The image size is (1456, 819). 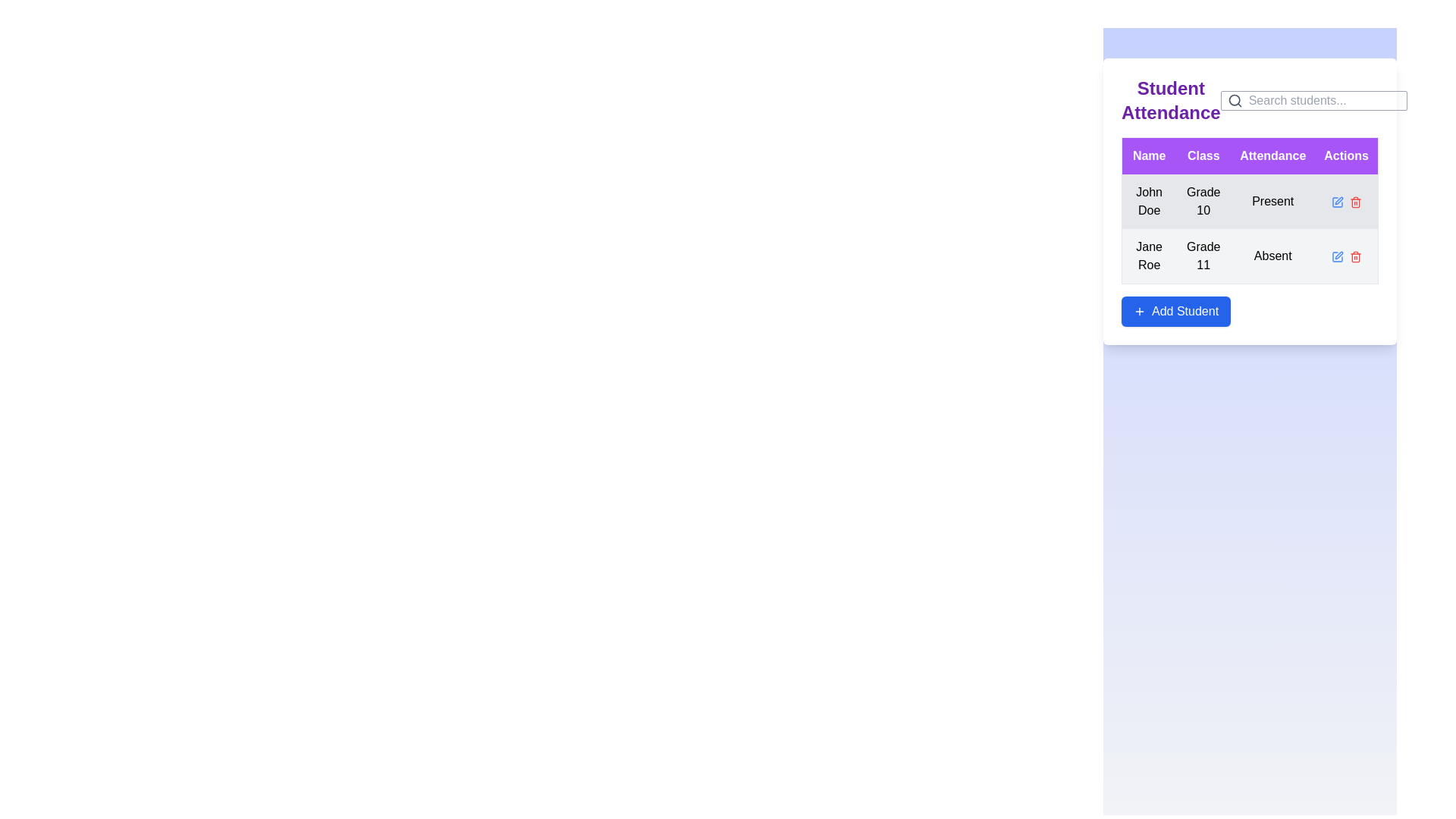 I want to click on the Text Label displaying the attendance status for student 'Jane Roe' in the Attendance column of the Student Attendance section, so click(x=1272, y=256).